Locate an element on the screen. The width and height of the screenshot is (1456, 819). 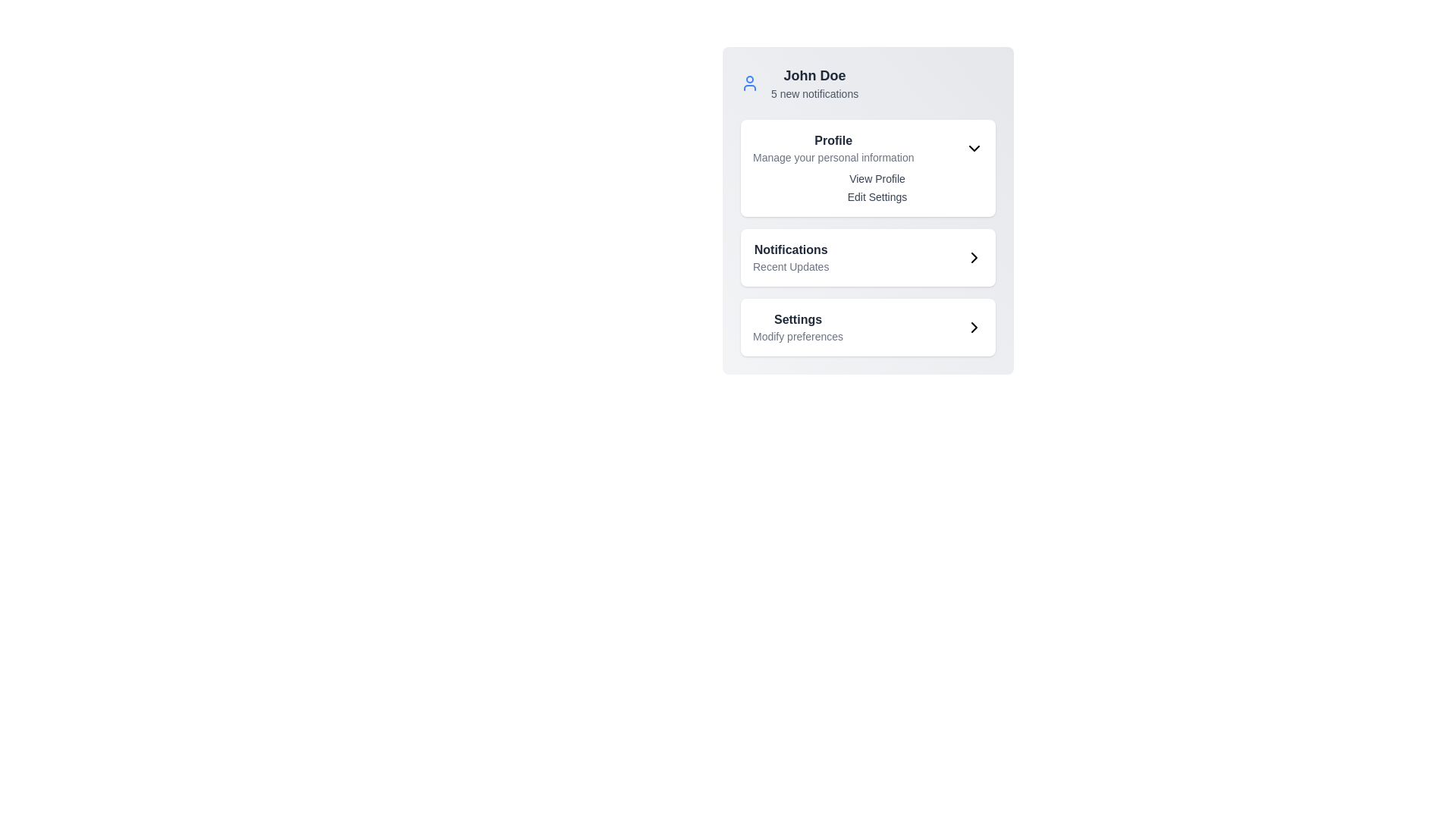
the 'Notifications' navigation menu item element using tab navigation is located at coordinates (790, 256).